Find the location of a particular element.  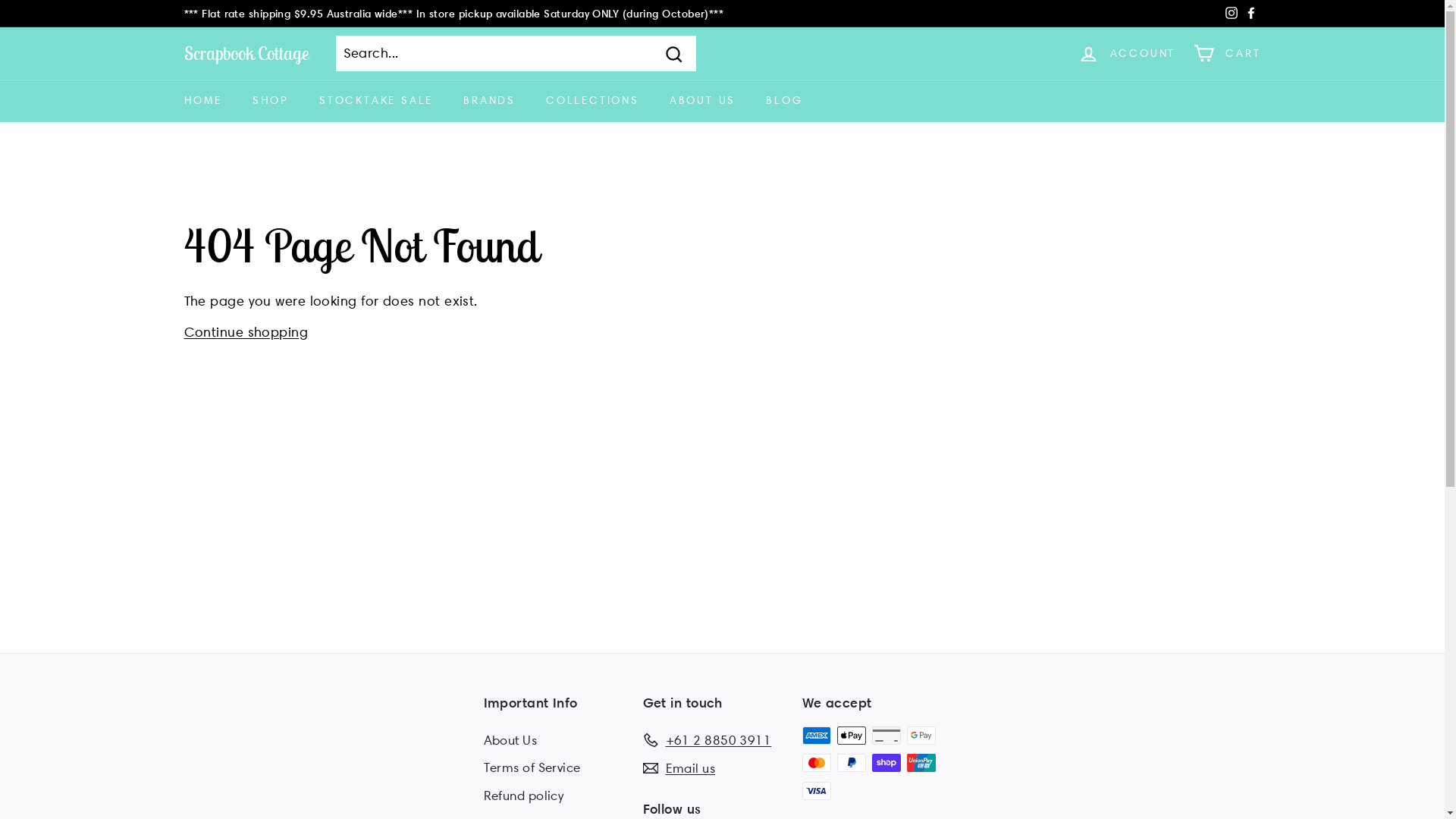

'Email us' is located at coordinates (679, 768).